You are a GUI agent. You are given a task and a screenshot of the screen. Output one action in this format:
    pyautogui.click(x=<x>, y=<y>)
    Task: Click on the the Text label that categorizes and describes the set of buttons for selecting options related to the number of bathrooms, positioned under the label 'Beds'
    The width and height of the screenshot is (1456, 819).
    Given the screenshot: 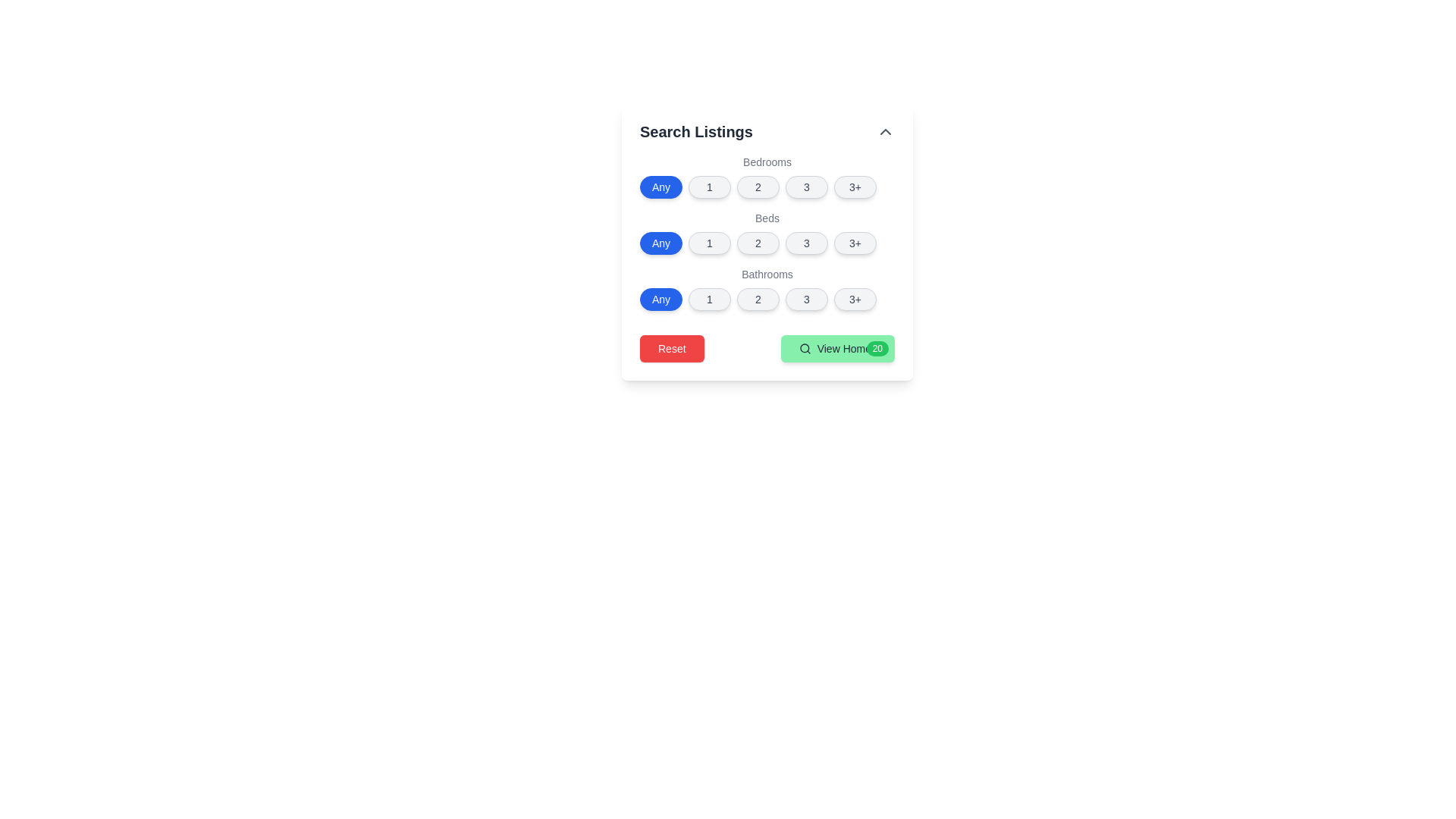 What is the action you would take?
    pyautogui.click(x=767, y=275)
    